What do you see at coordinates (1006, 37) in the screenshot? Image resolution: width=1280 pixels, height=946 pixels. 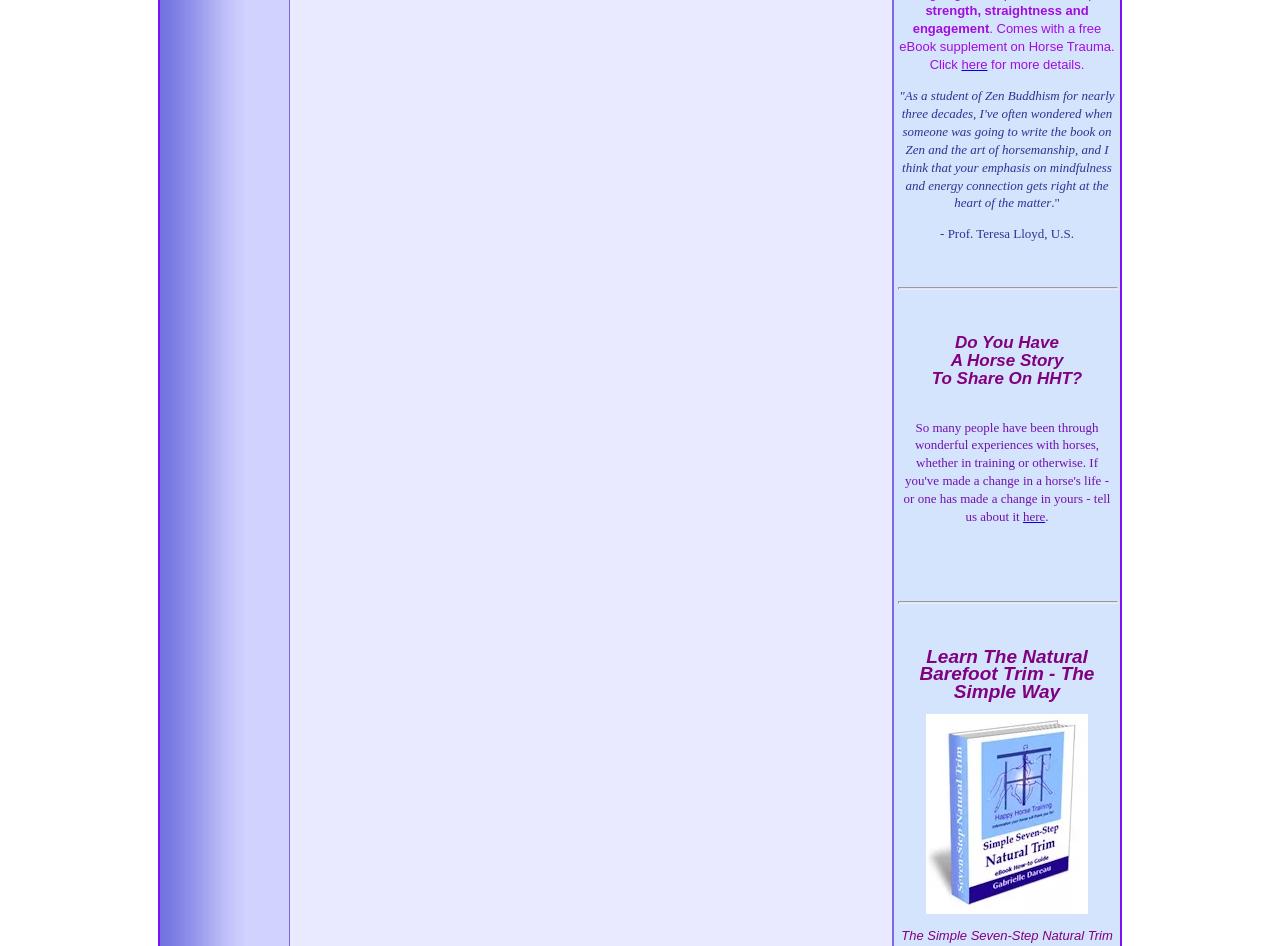 I see `'. Comes with a free eBook supplement on Horse Trauma.'` at bounding box center [1006, 37].